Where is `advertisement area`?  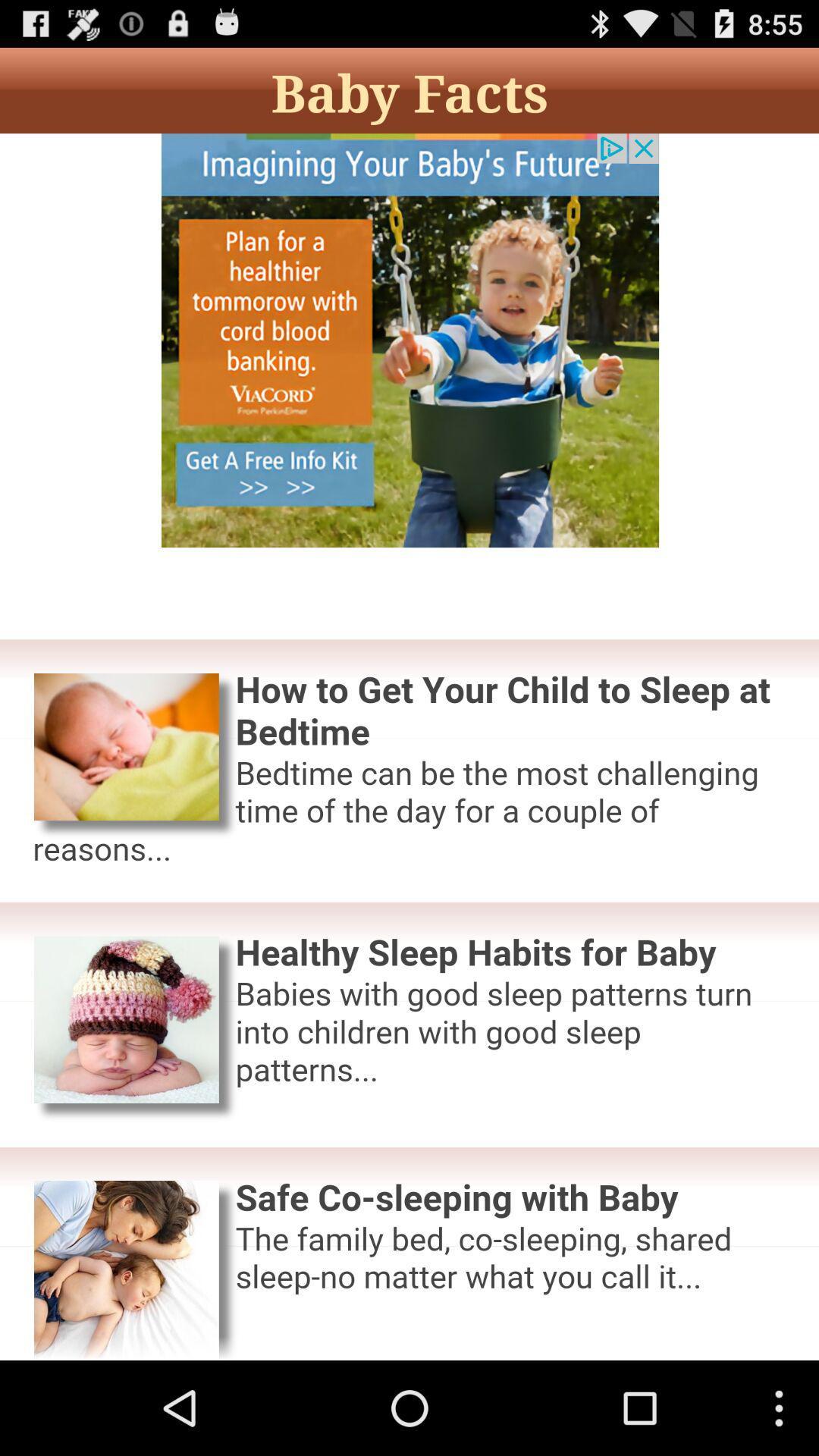
advertisement area is located at coordinates (409, 747).